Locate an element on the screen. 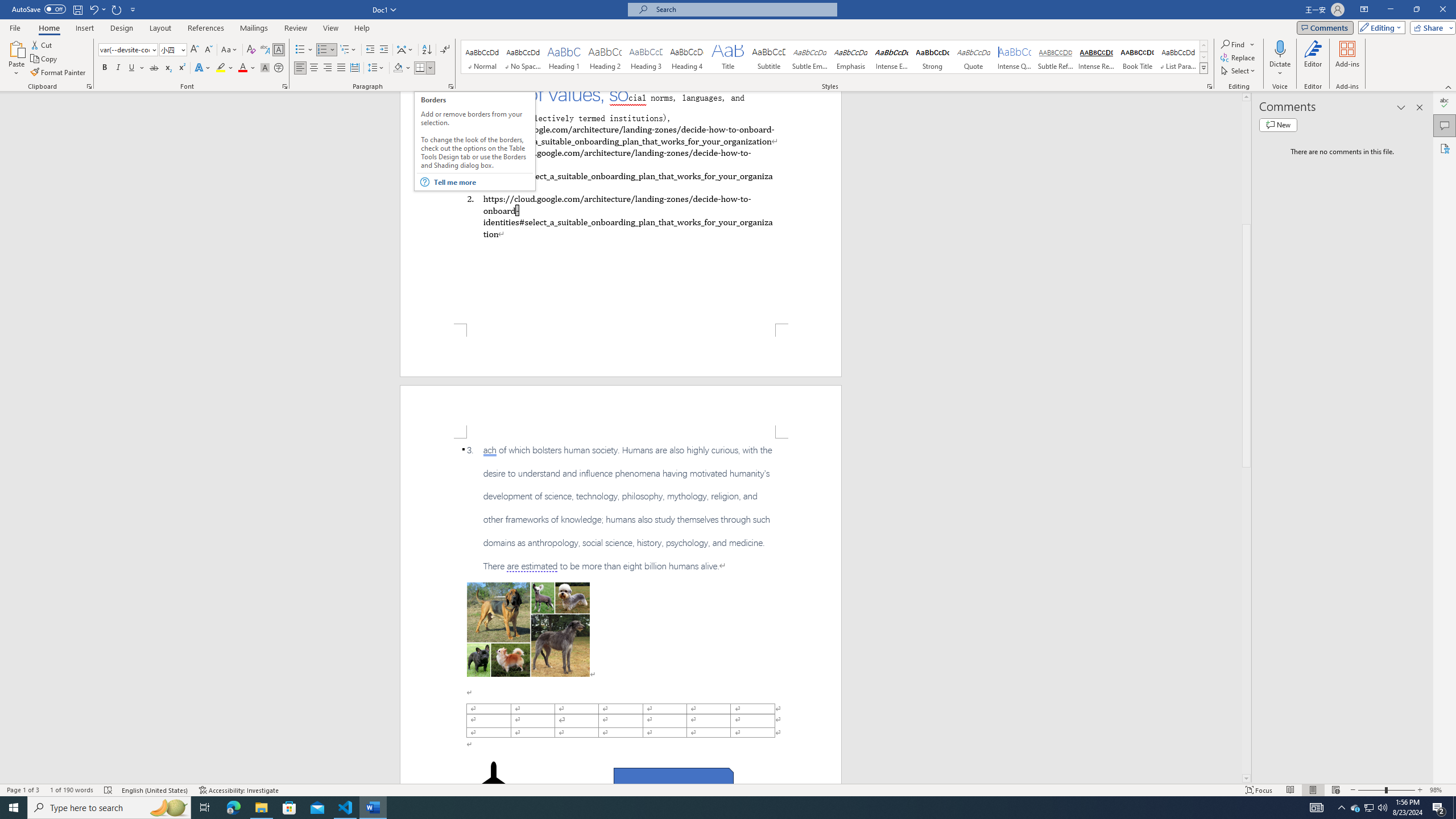 The height and width of the screenshot is (819, 1456). 'Repeat Border Bottom' is located at coordinates (117, 9).